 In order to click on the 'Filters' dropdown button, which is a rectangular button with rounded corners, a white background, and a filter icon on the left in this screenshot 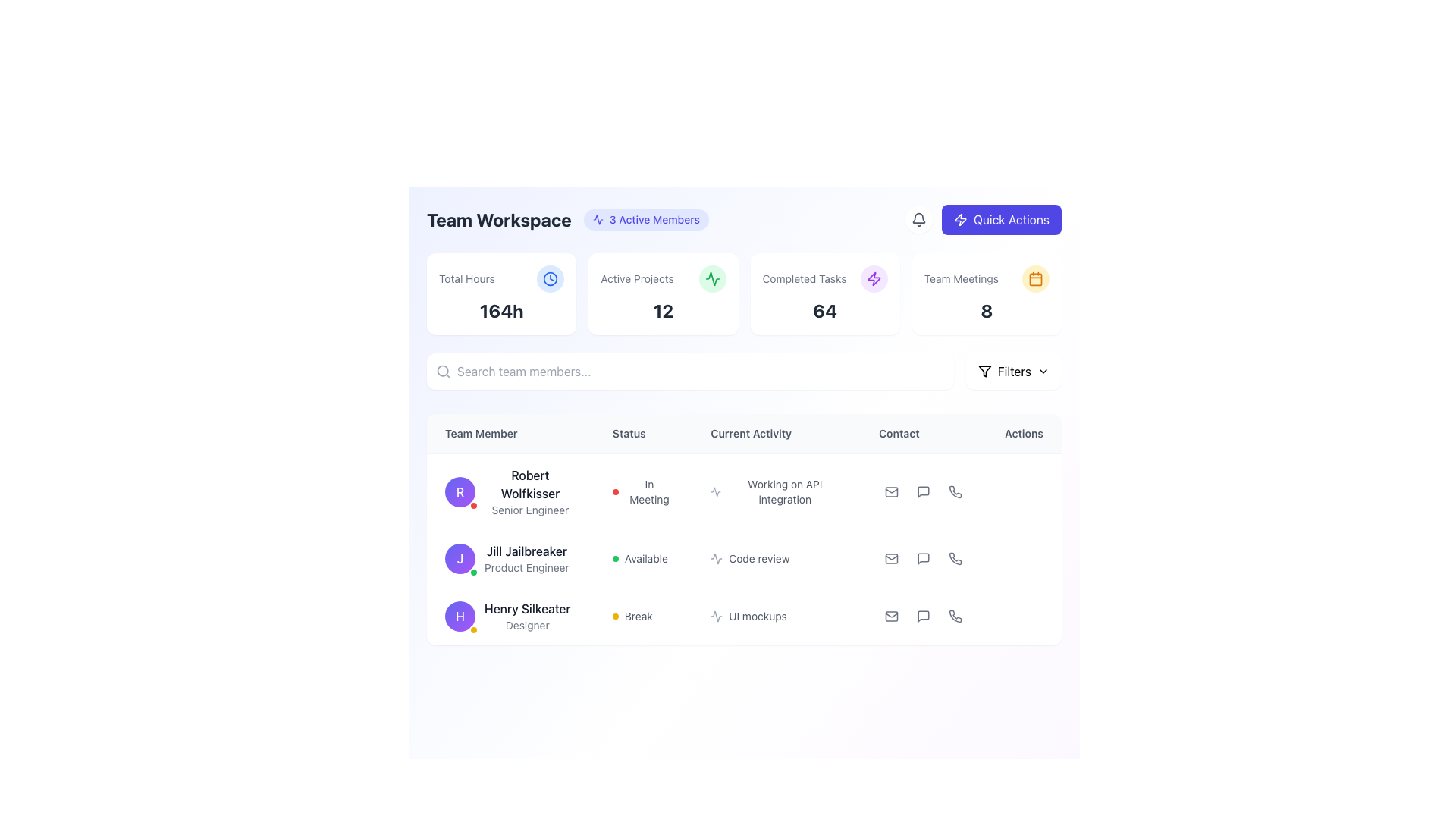, I will do `click(1013, 371)`.